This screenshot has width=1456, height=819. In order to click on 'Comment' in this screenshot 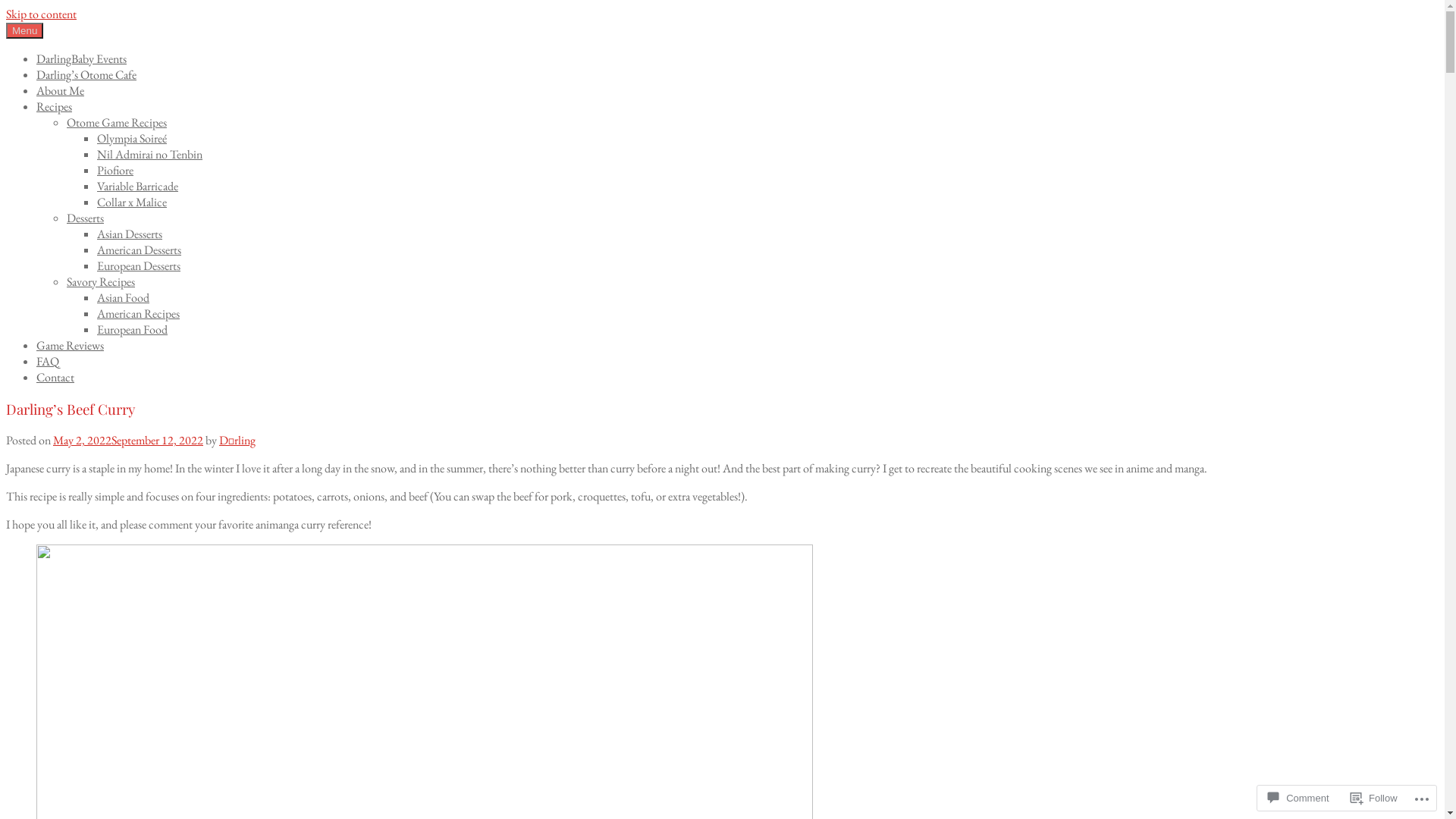, I will do `click(1298, 797)`.